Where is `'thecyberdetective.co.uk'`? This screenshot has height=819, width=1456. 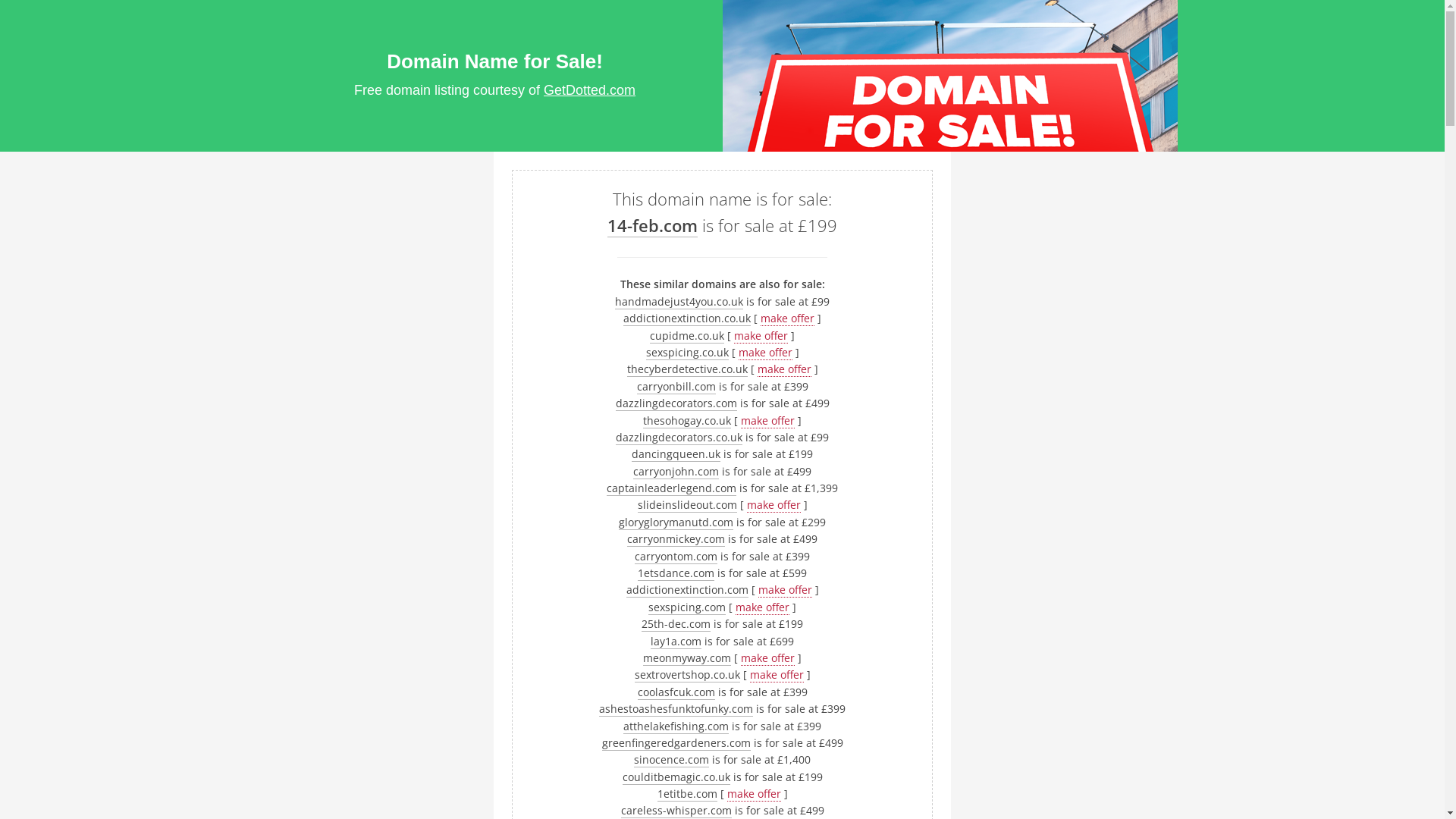 'thecyberdetective.co.uk' is located at coordinates (686, 369).